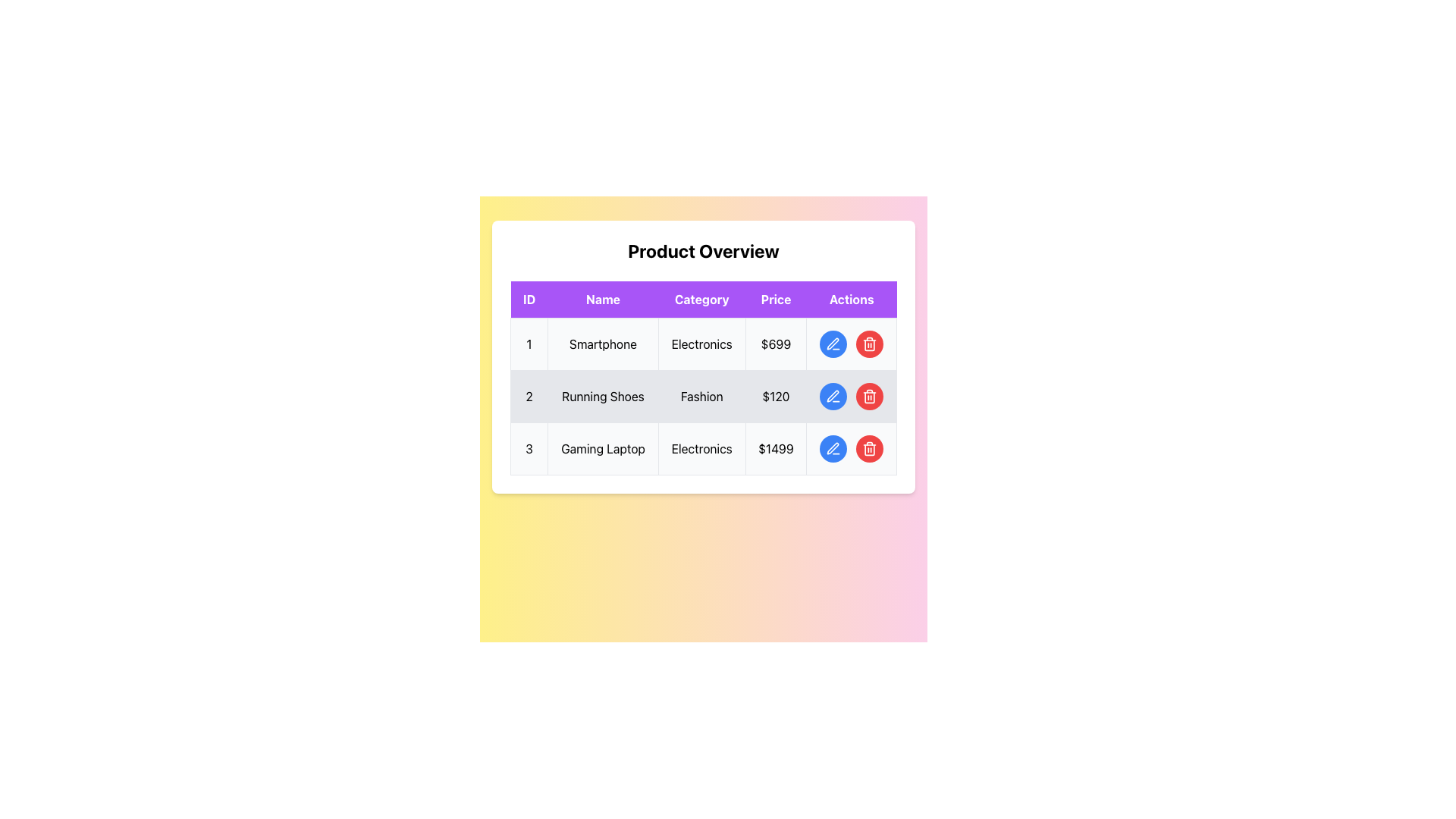  What do you see at coordinates (832, 447) in the screenshot?
I see `the icon button resembling a pen or pencil in the 'Actions' column of the third row in the table under 'Product Overview' to possibly reveal a tooltip` at bounding box center [832, 447].